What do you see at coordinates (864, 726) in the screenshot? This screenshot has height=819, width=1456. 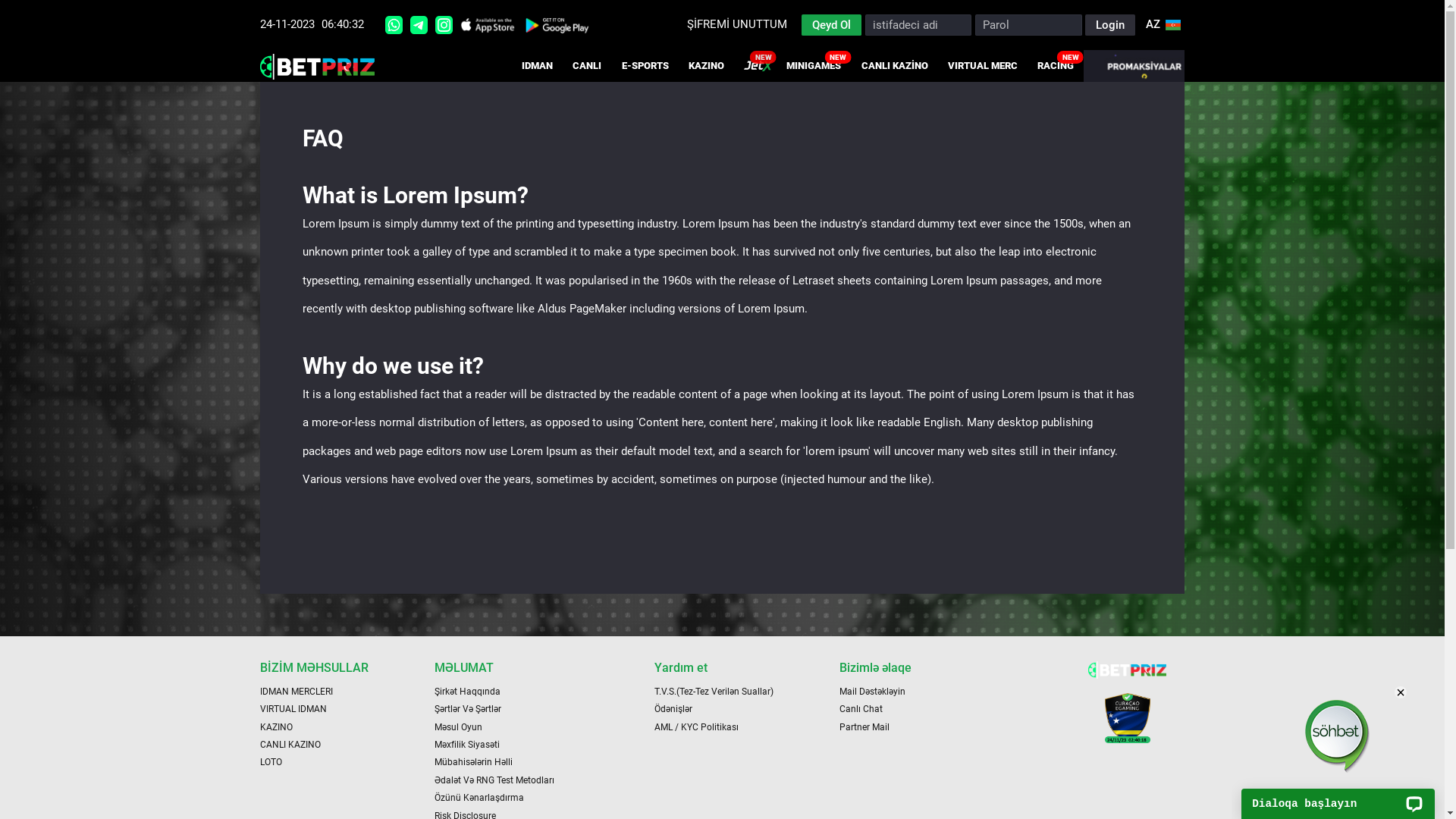 I see `'Partner Mail'` at bounding box center [864, 726].